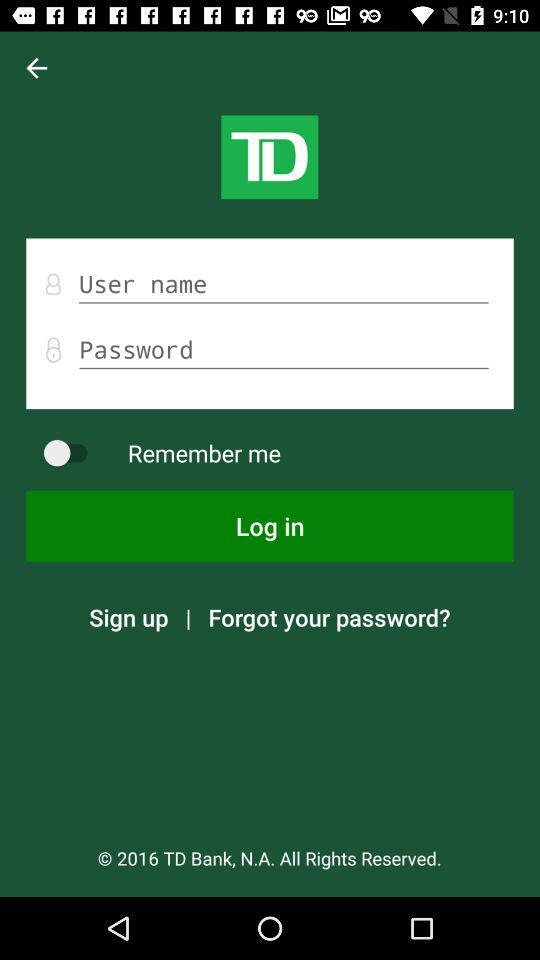 The height and width of the screenshot is (960, 540). What do you see at coordinates (128, 616) in the screenshot?
I see `the sign up item` at bounding box center [128, 616].